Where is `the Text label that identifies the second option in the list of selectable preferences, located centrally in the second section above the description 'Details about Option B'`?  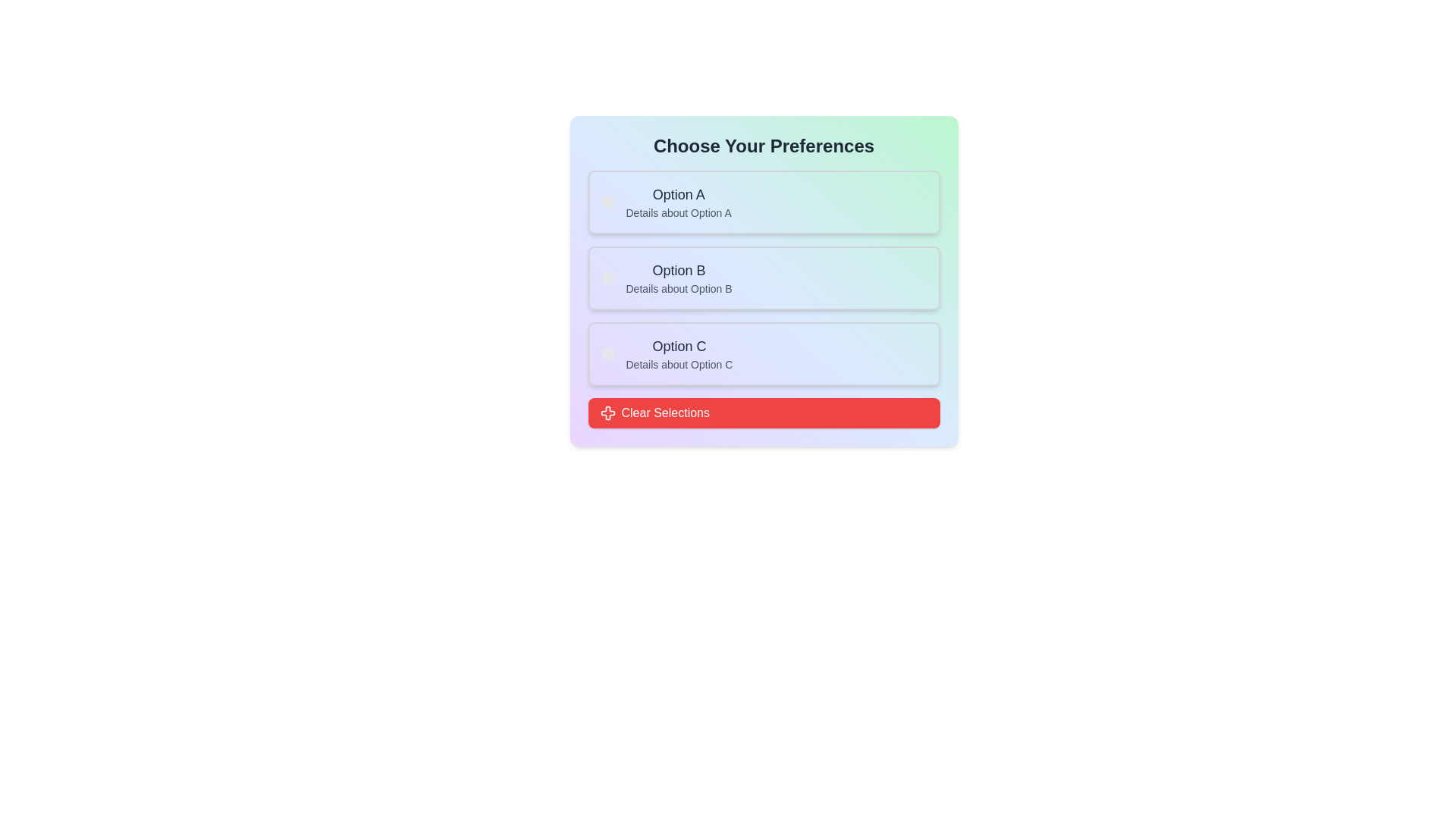
the Text label that identifies the second option in the list of selectable preferences, located centrally in the second section above the description 'Details about Option B' is located at coordinates (678, 270).